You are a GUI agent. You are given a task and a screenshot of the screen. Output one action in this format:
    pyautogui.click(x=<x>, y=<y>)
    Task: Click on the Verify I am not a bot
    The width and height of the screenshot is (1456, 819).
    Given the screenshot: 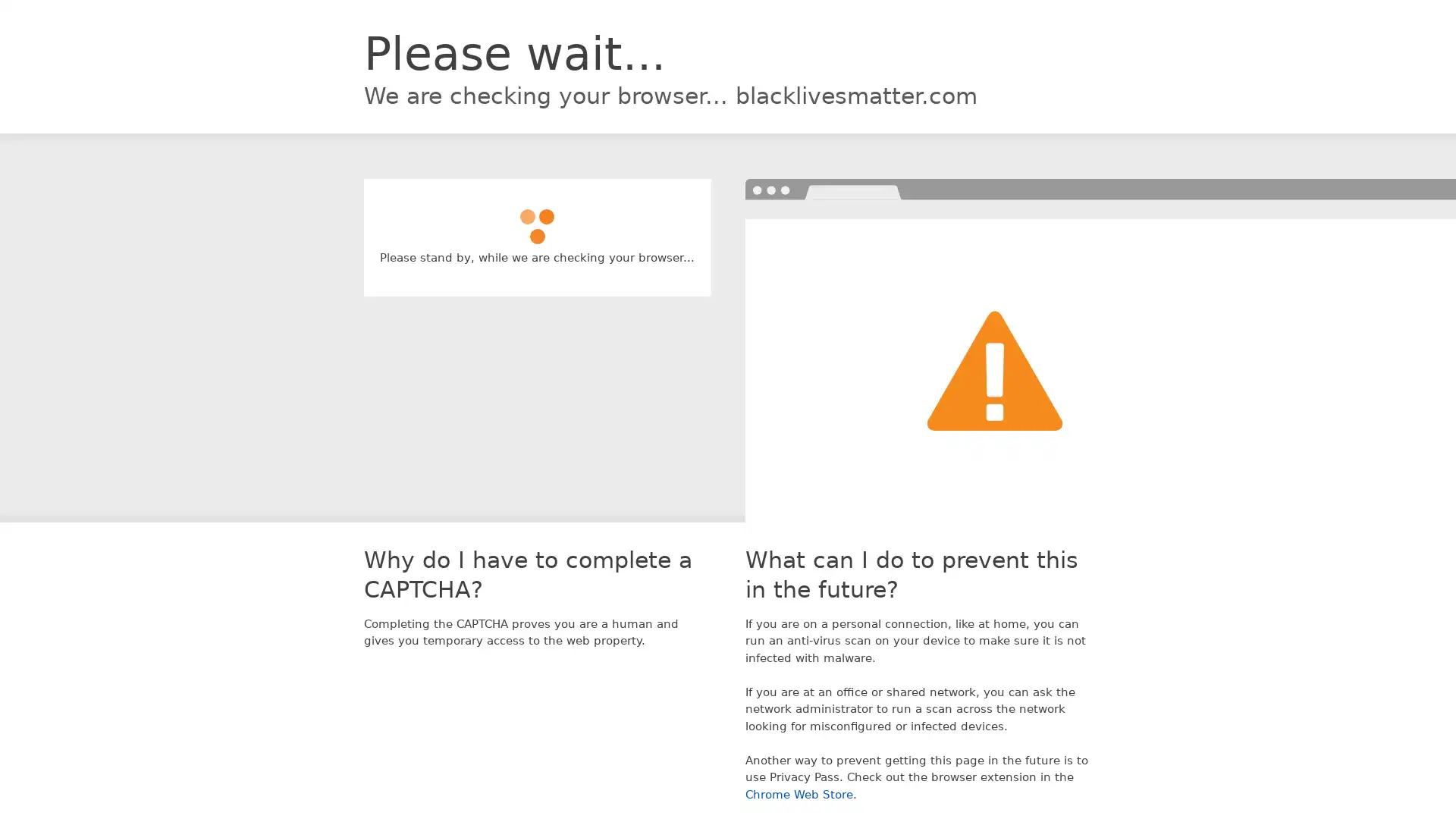 What is the action you would take?
    pyautogui.click(x=537, y=219)
    